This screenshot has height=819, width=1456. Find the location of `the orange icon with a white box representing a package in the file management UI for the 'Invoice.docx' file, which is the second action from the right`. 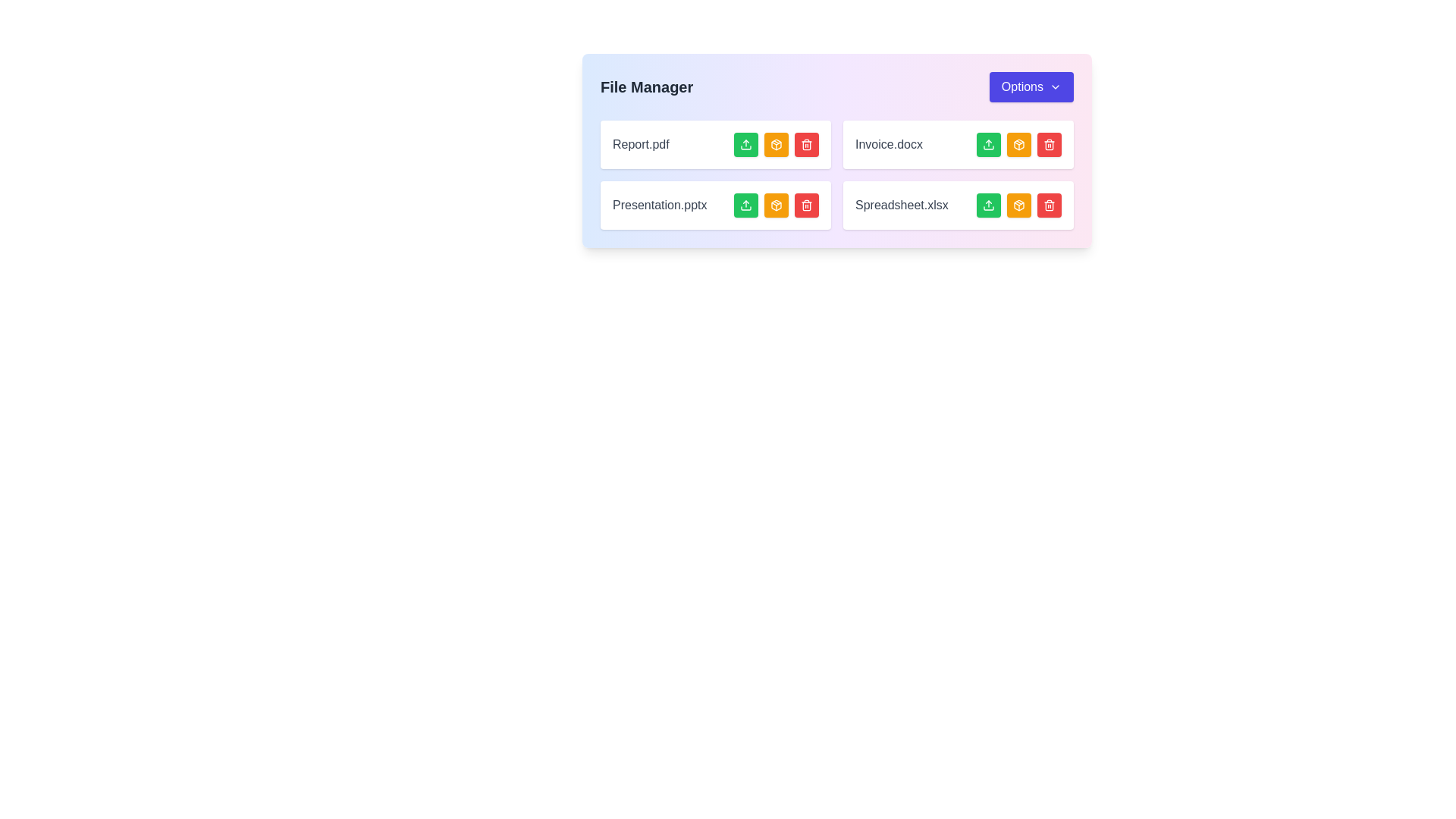

the orange icon with a white box representing a package in the file management UI for the 'Invoice.docx' file, which is the second action from the right is located at coordinates (1019, 145).